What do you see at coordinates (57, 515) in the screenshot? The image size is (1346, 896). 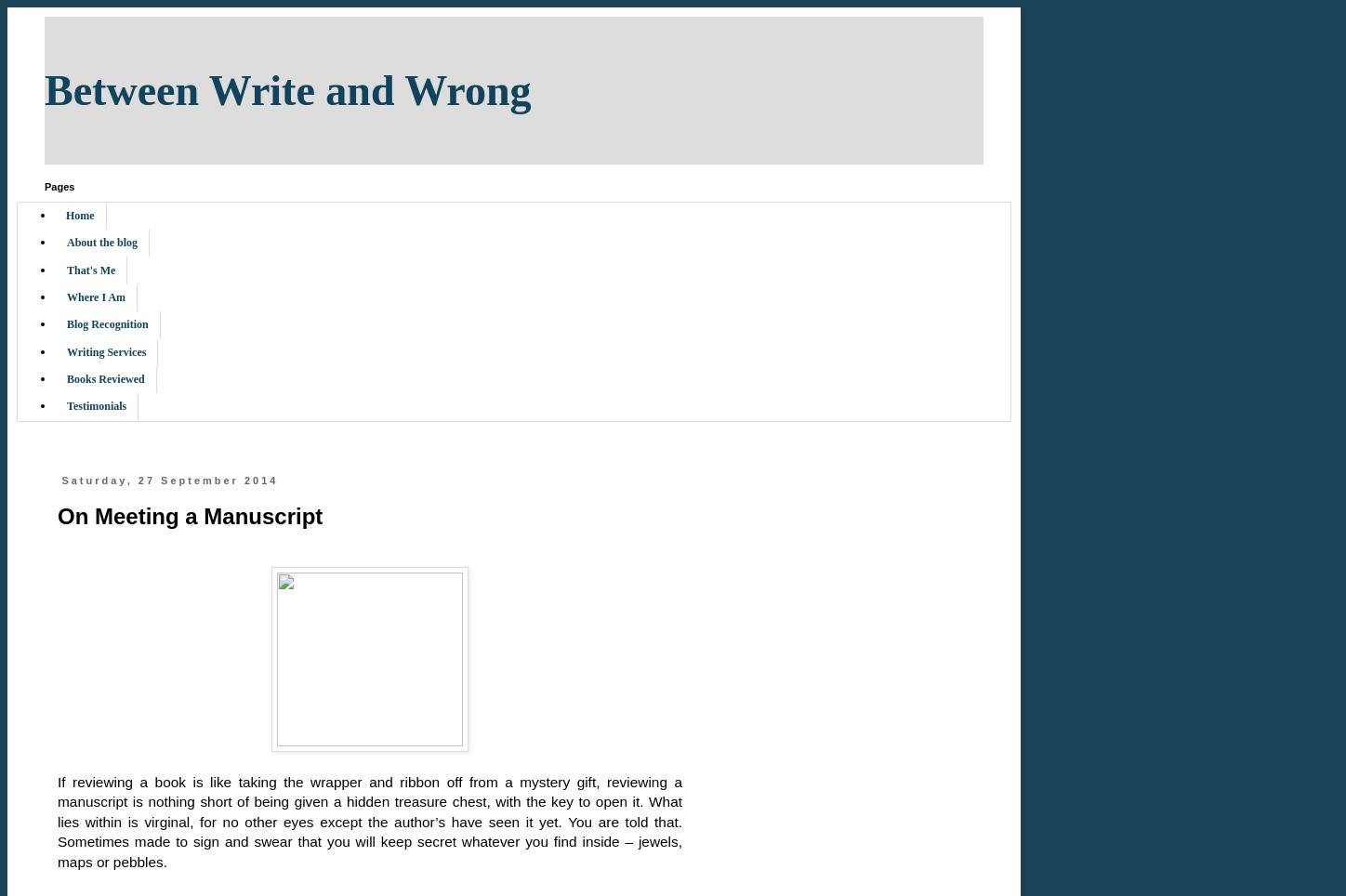 I see `'On Meeting a Manuscript'` at bounding box center [57, 515].